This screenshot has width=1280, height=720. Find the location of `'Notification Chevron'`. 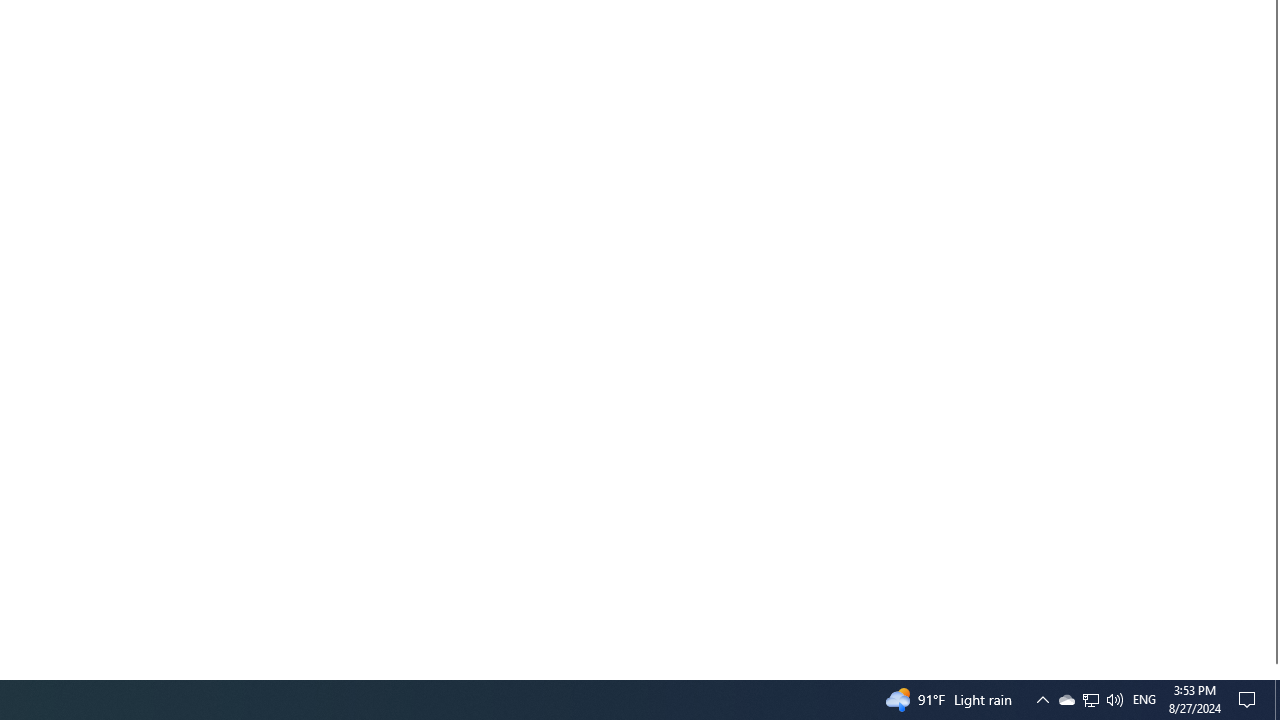

'Notification Chevron' is located at coordinates (1065, 698).